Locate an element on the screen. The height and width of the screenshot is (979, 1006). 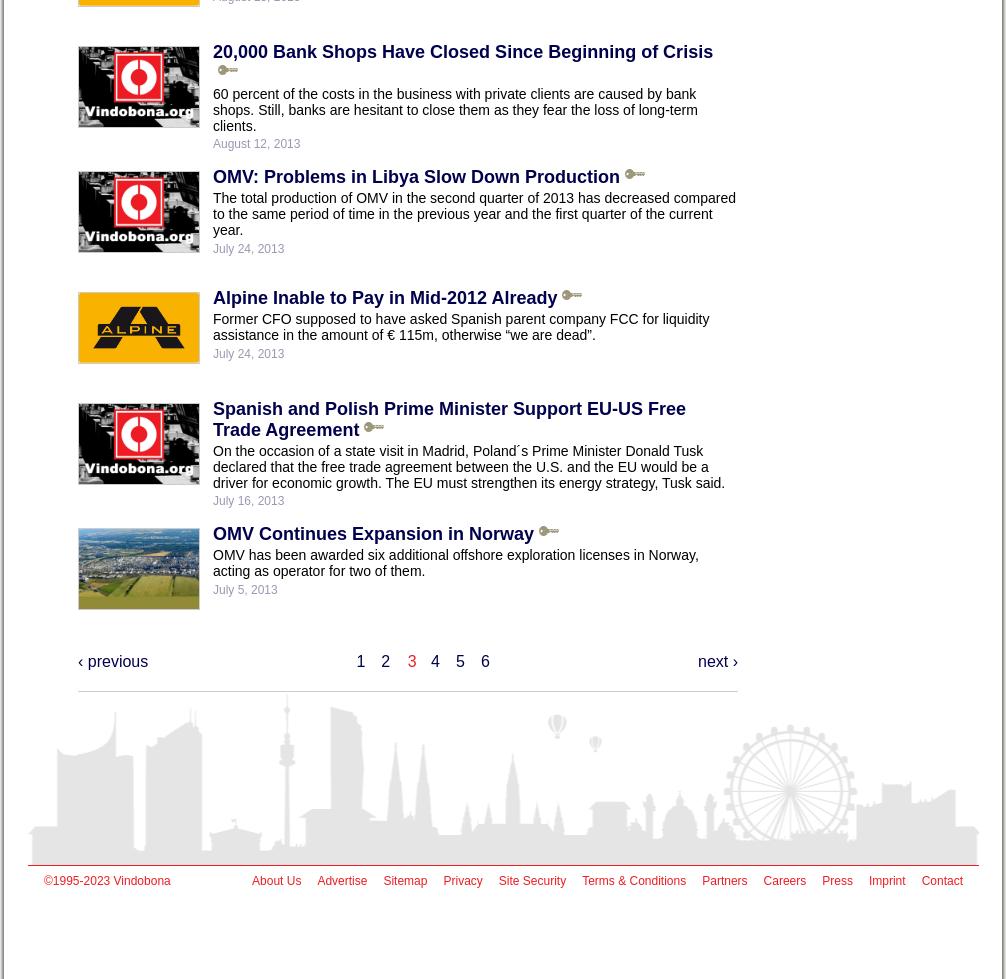
'Advertise' is located at coordinates (341, 880).